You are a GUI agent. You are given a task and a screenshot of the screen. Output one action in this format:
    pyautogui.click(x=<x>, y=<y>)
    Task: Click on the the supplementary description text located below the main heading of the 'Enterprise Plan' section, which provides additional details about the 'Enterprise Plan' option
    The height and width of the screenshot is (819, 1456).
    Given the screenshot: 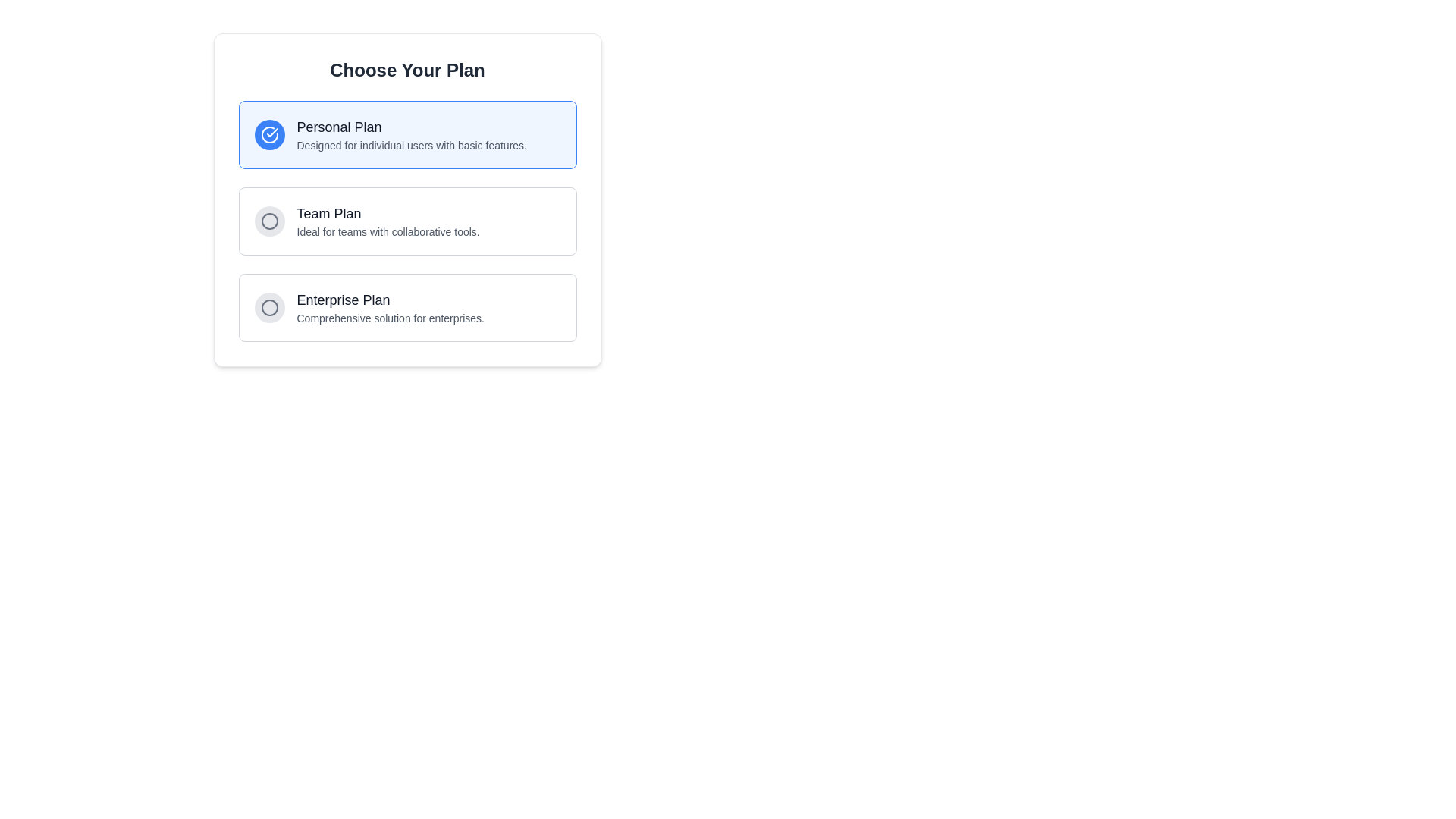 What is the action you would take?
    pyautogui.click(x=391, y=318)
    